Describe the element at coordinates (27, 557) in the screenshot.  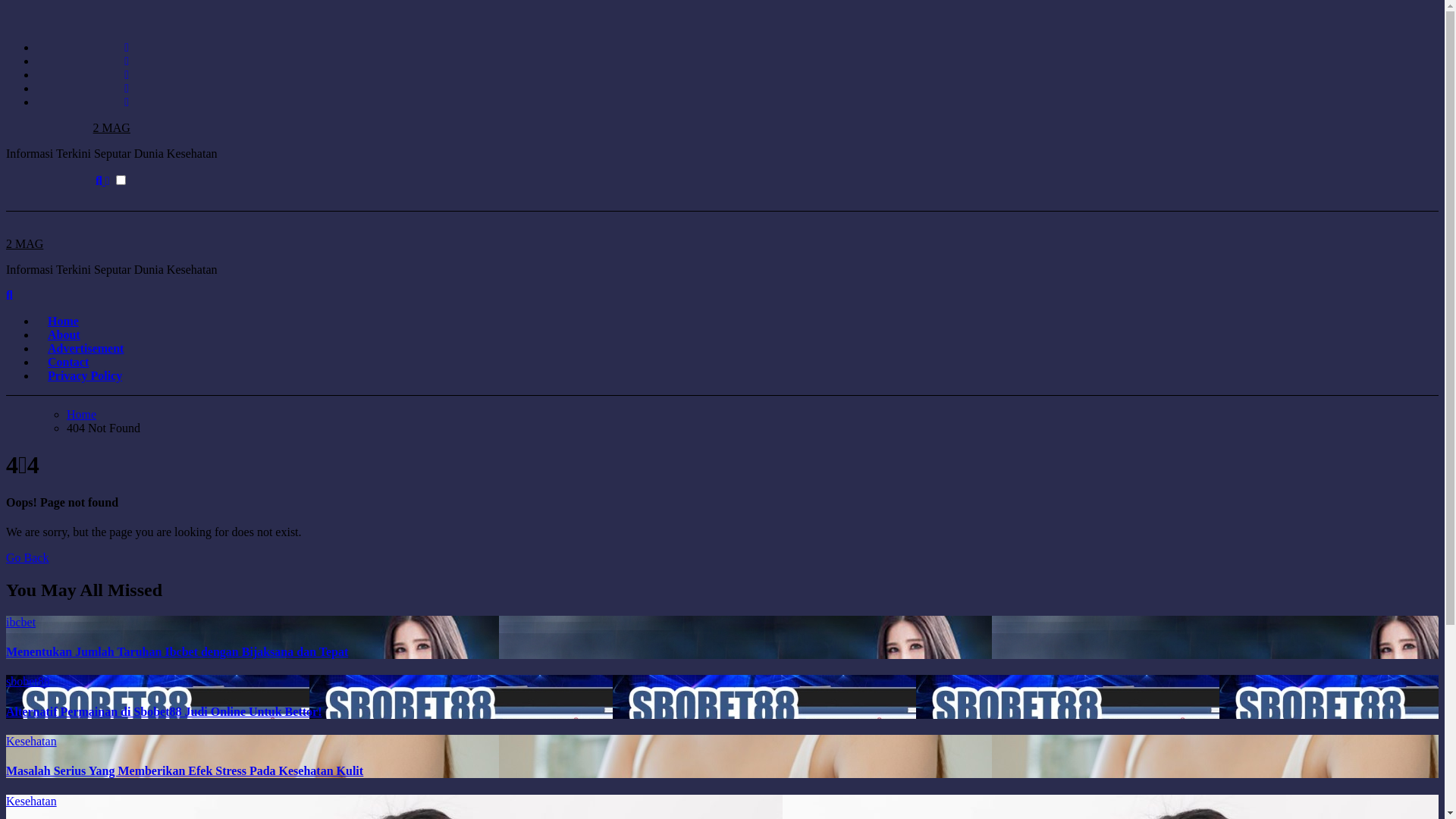
I see `'Go Back'` at that location.